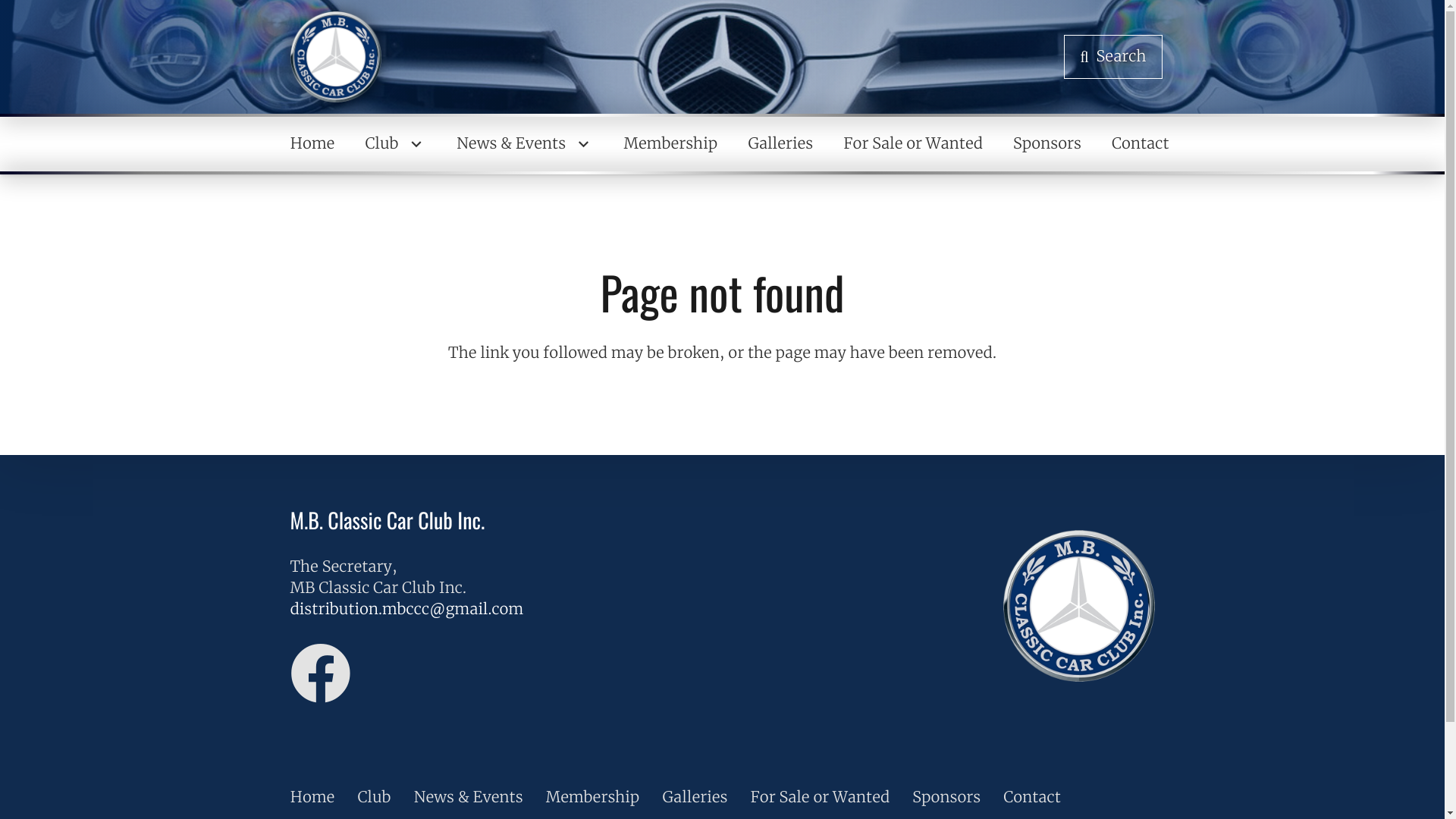  What do you see at coordinates (525, 143) in the screenshot?
I see `'News & Events'` at bounding box center [525, 143].